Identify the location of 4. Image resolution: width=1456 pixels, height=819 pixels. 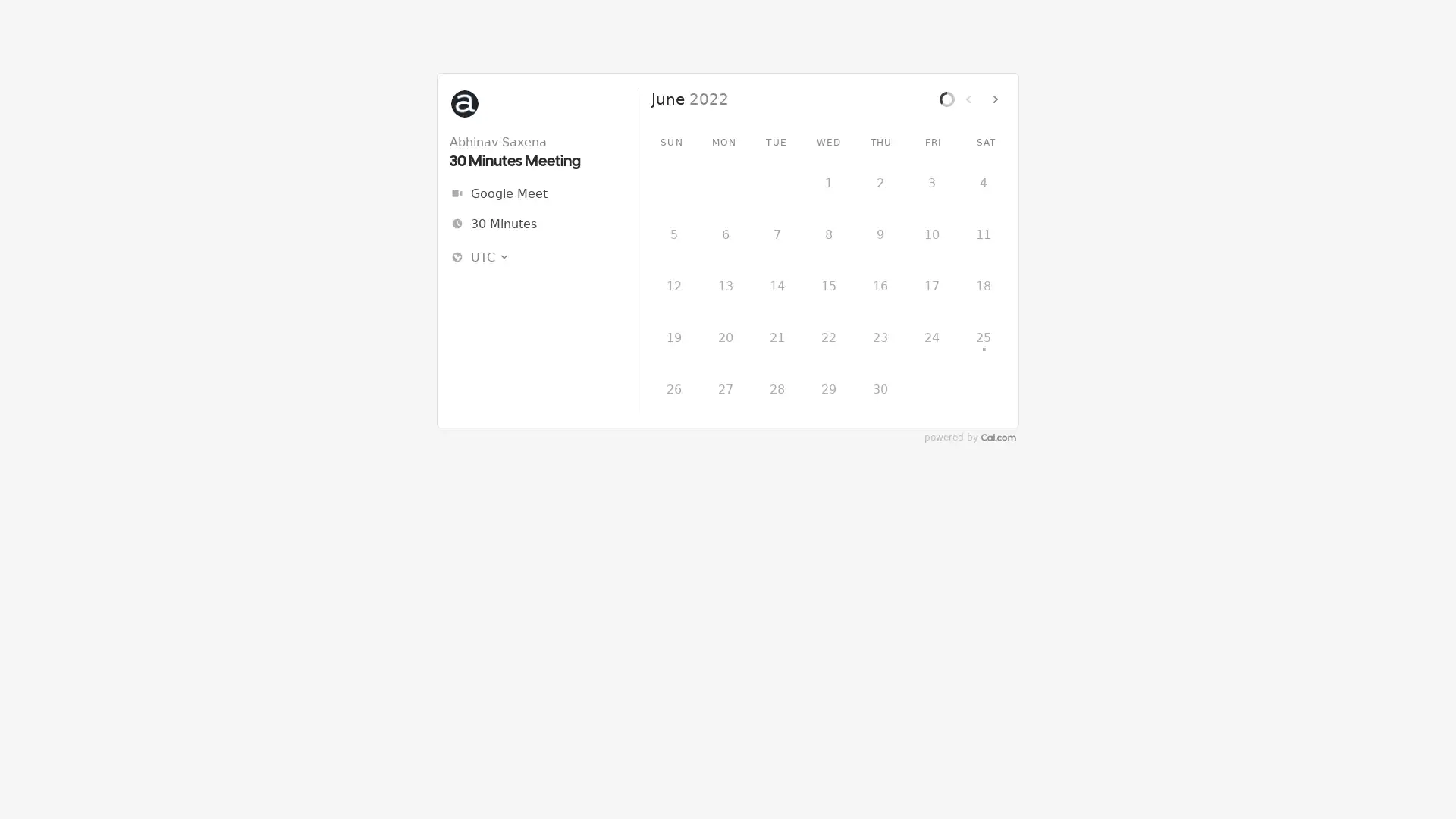
(983, 182).